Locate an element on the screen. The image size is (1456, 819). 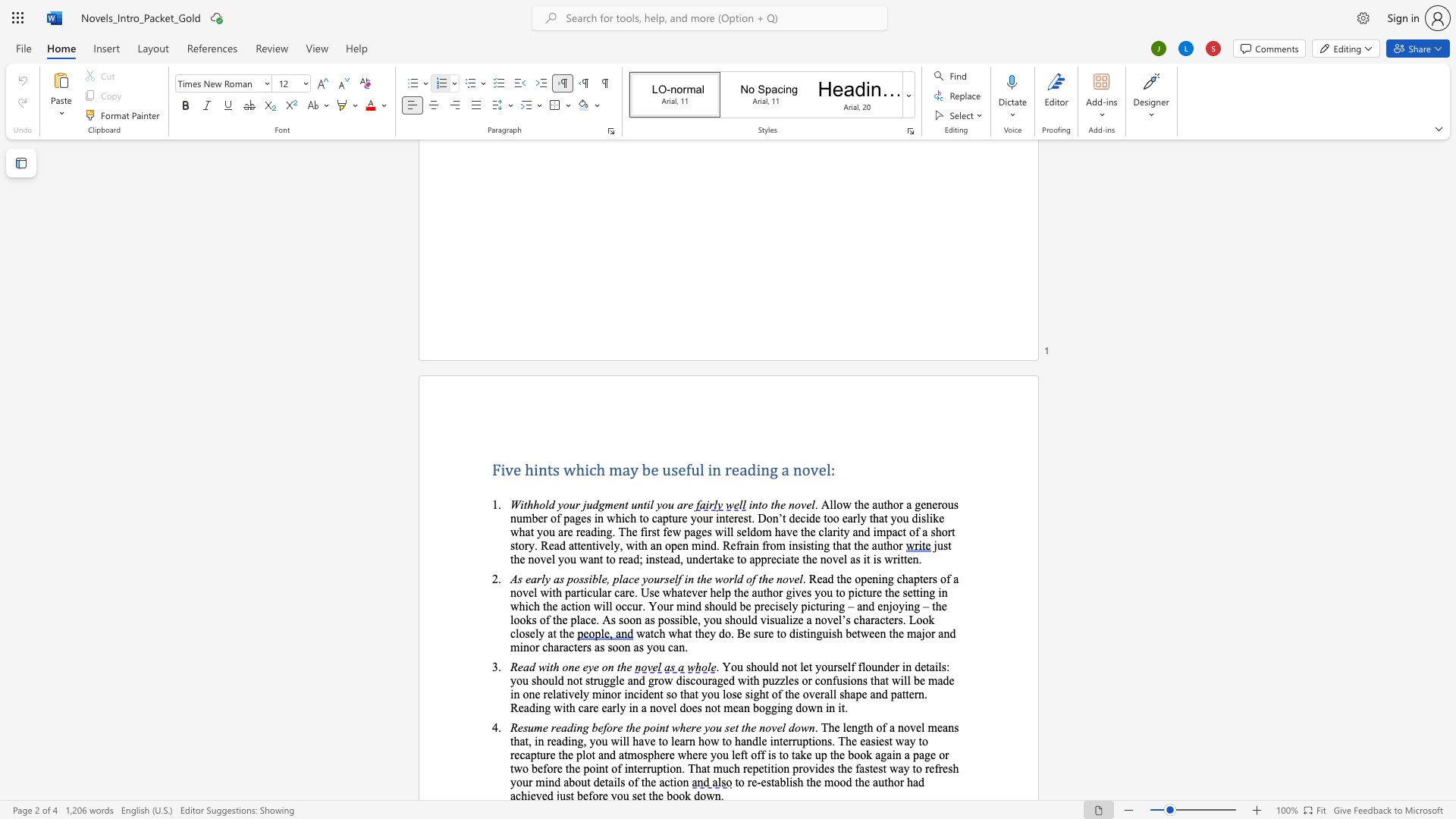
the 26th character "e" in the text is located at coordinates (576, 768).